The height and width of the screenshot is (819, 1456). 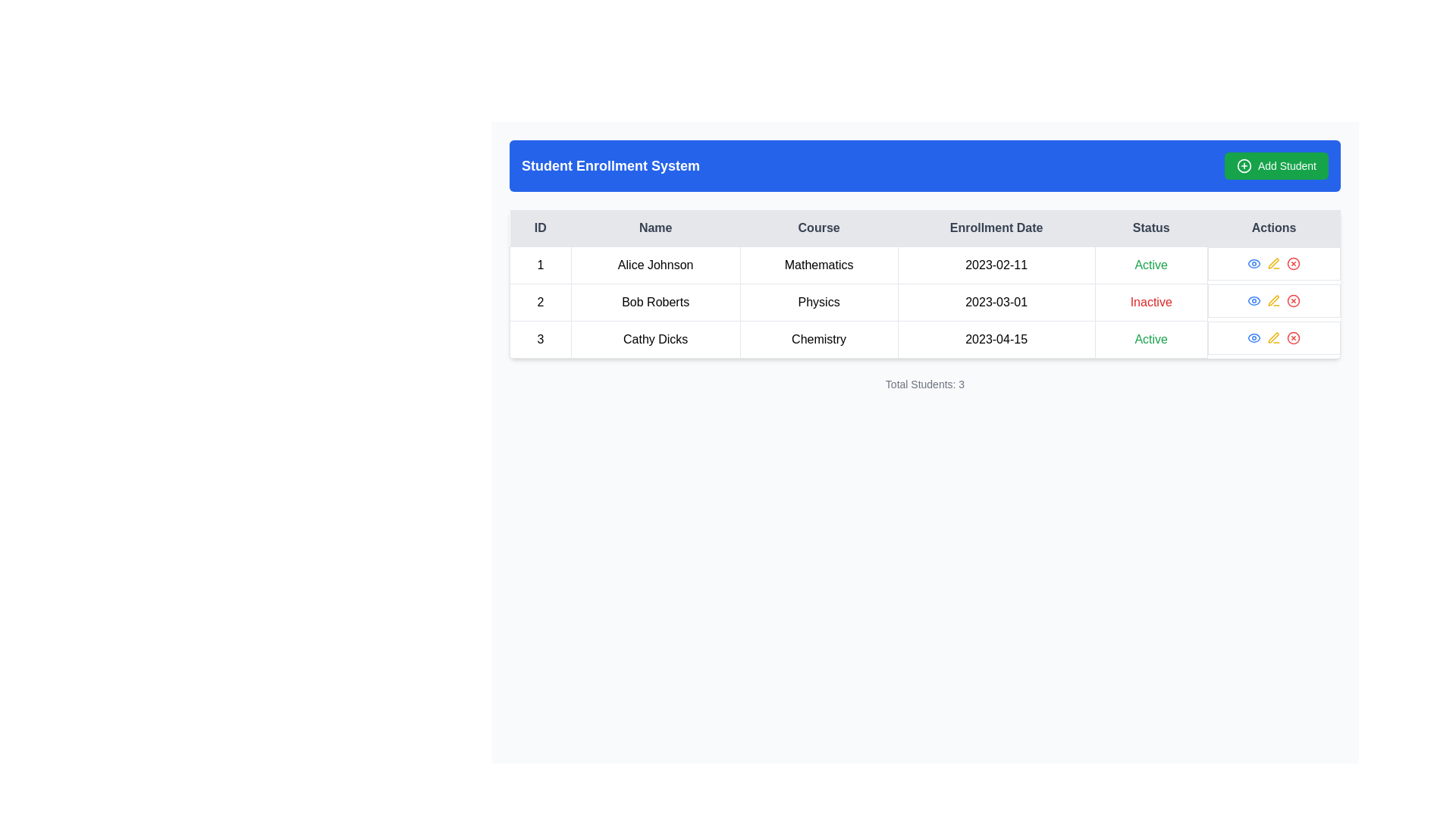 I want to click on the 'Add Student' icon located to the left of the 'Add Student' text in the green button at the upper right corner of the interface, so click(x=1244, y=166).